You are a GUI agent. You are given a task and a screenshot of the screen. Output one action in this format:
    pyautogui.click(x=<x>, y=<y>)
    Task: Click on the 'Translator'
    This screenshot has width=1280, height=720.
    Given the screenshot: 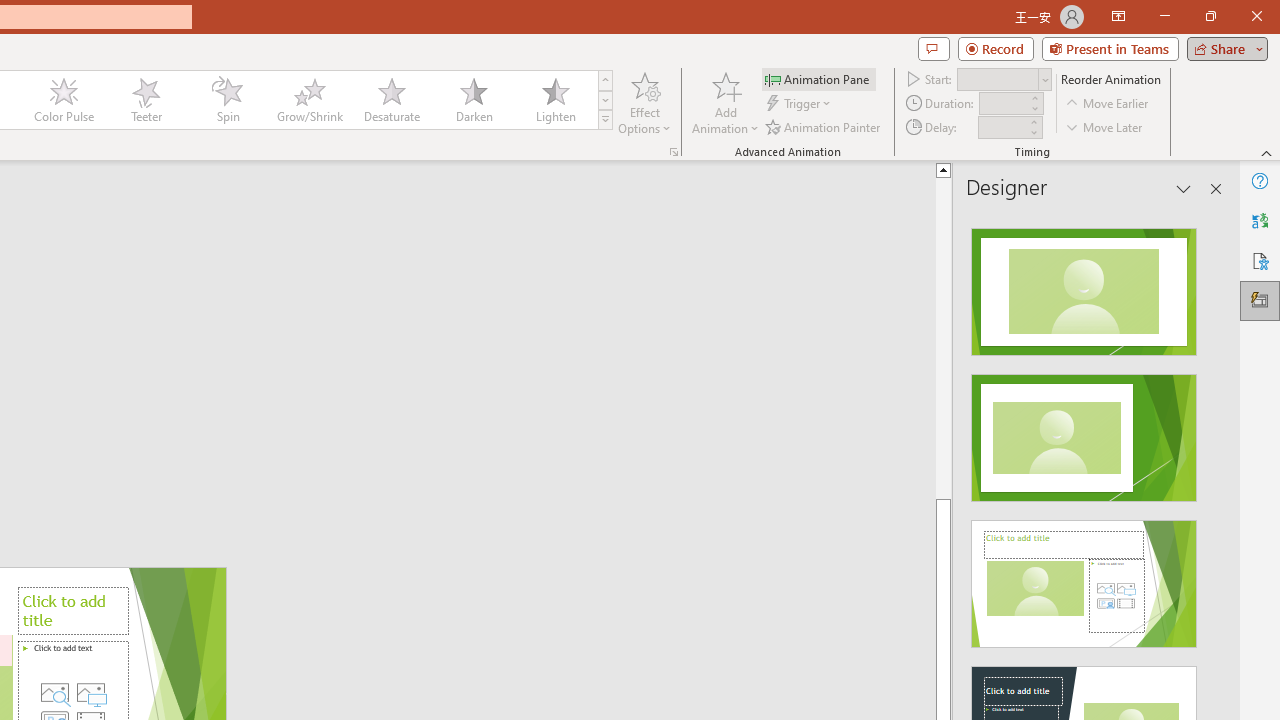 What is the action you would take?
    pyautogui.click(x=1259, y=221)
    